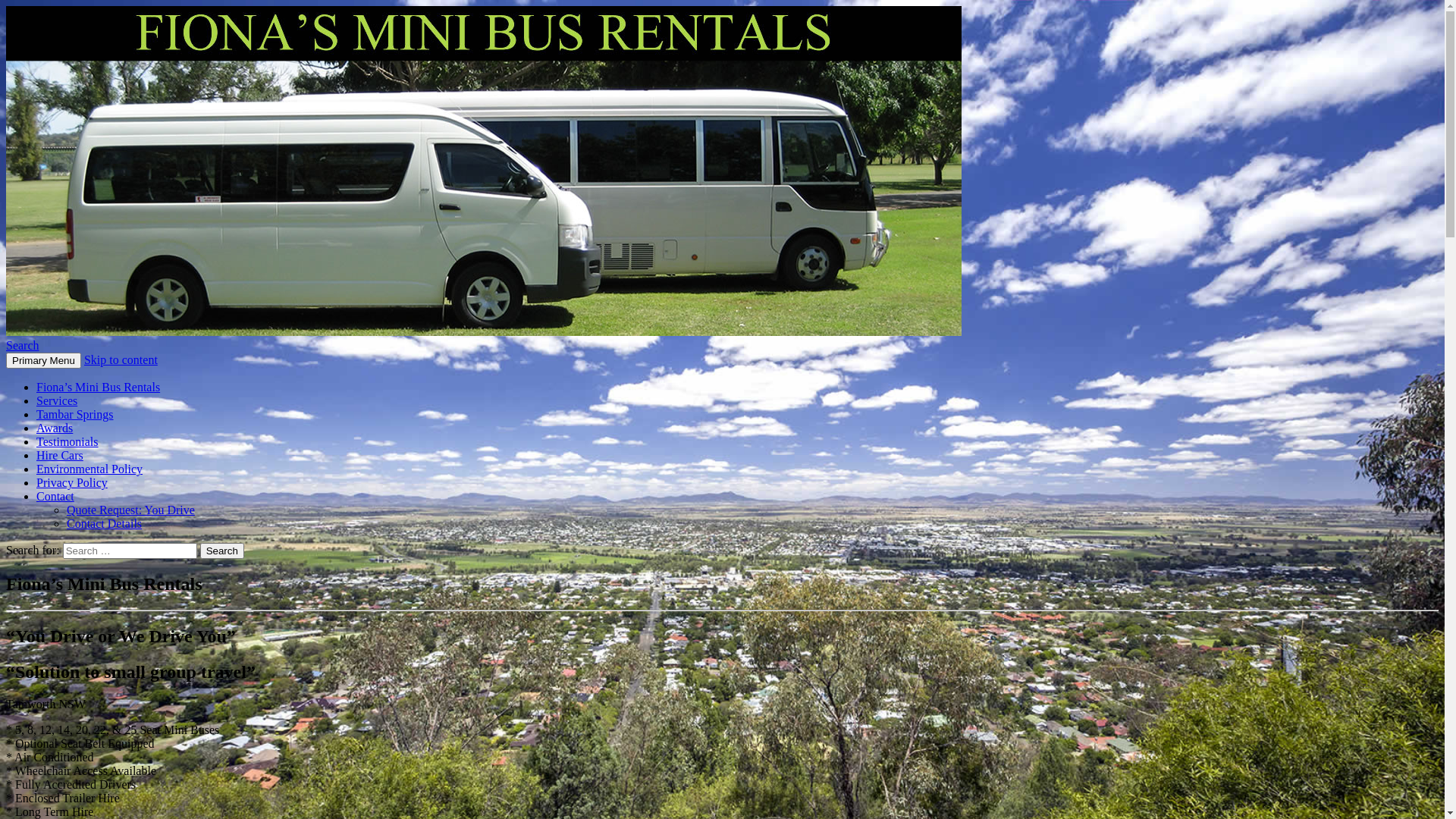 The height and width of the screenshot is (819, 1456). I want to click on 'Privacy Policy', so click(71, 482).